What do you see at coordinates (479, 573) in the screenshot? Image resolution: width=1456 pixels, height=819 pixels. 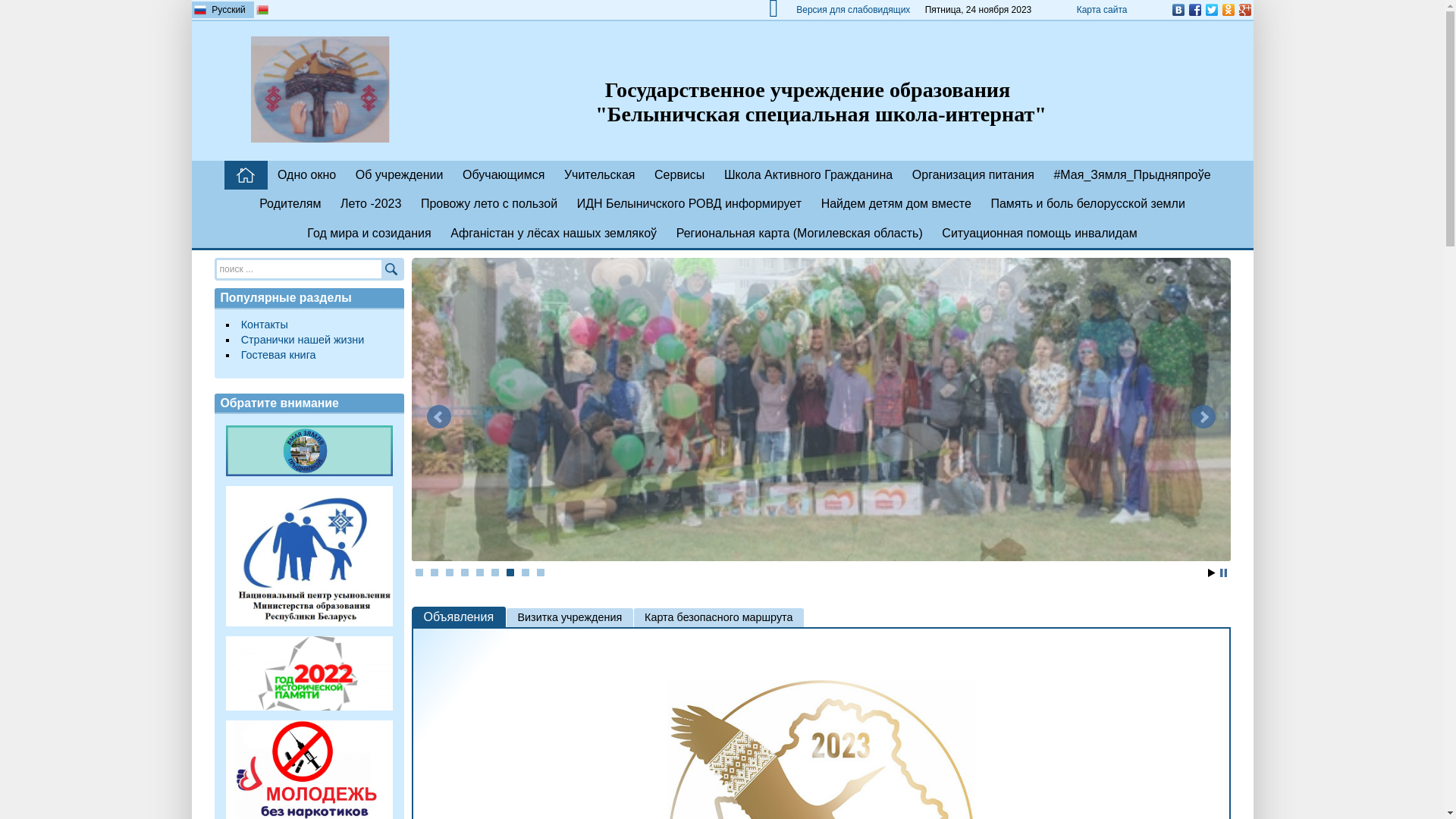 I see `'5'` at bounding box center [479, 573].